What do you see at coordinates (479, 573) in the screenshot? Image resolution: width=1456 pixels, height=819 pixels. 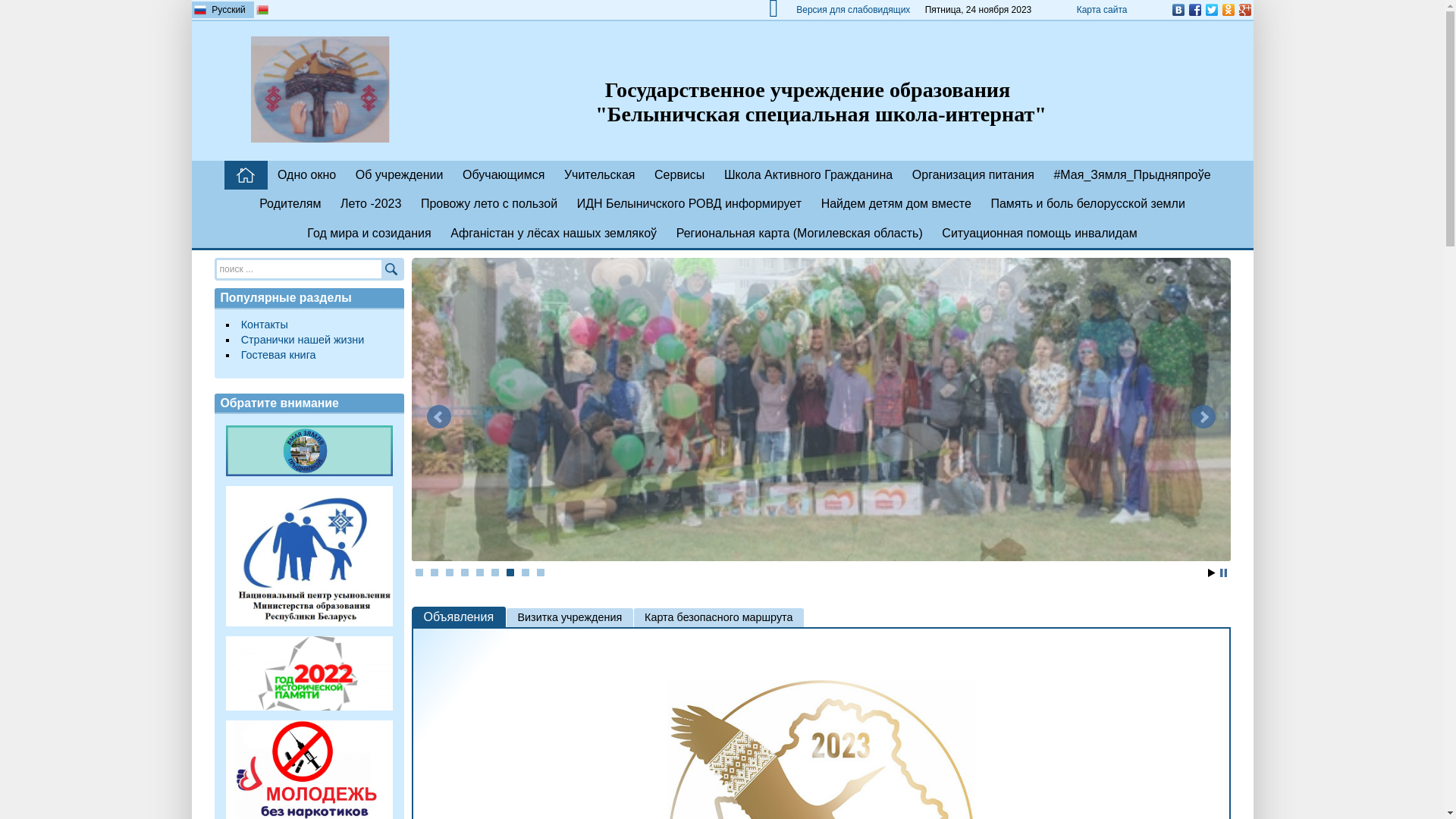 I see `'5'` at bounding box center [479, 573].